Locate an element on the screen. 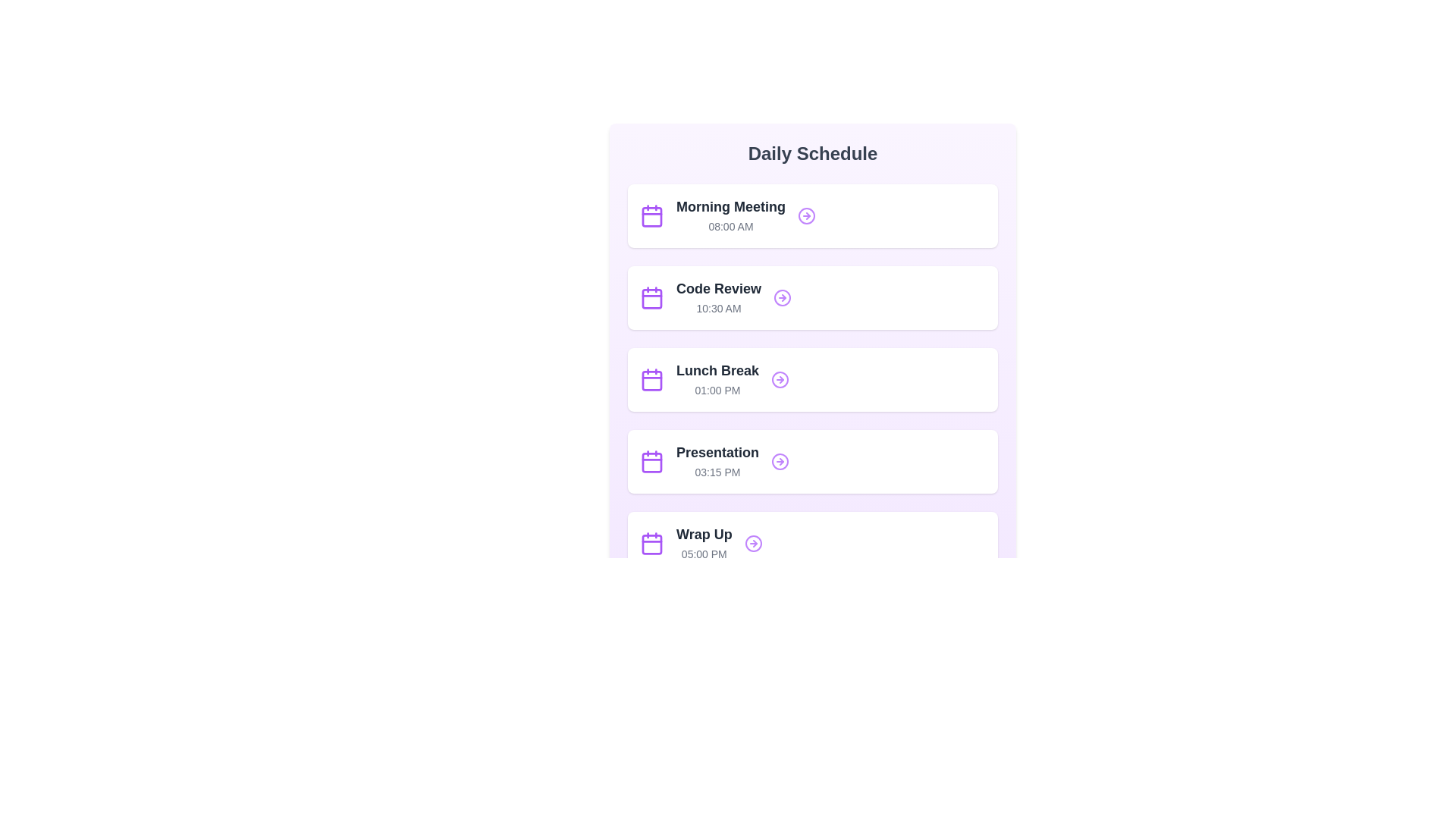 The height and width of the screenshot is (819, 1456). the text label displaying '10:30 AM' within the 'Code Review' entry of the schedule is located at coordinates (718, 308).